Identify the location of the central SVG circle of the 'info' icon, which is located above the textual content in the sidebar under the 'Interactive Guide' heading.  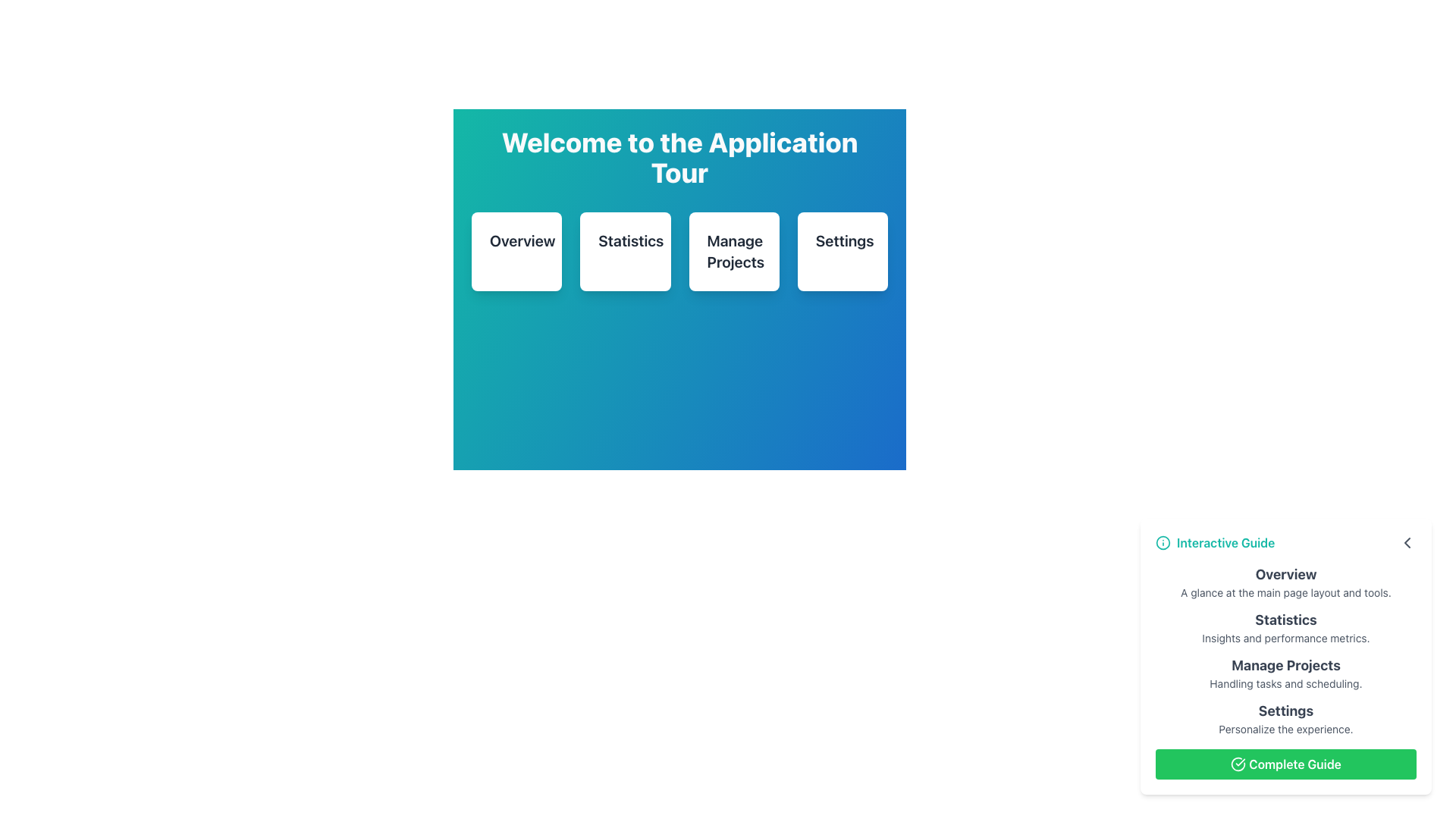
(1163, 542).